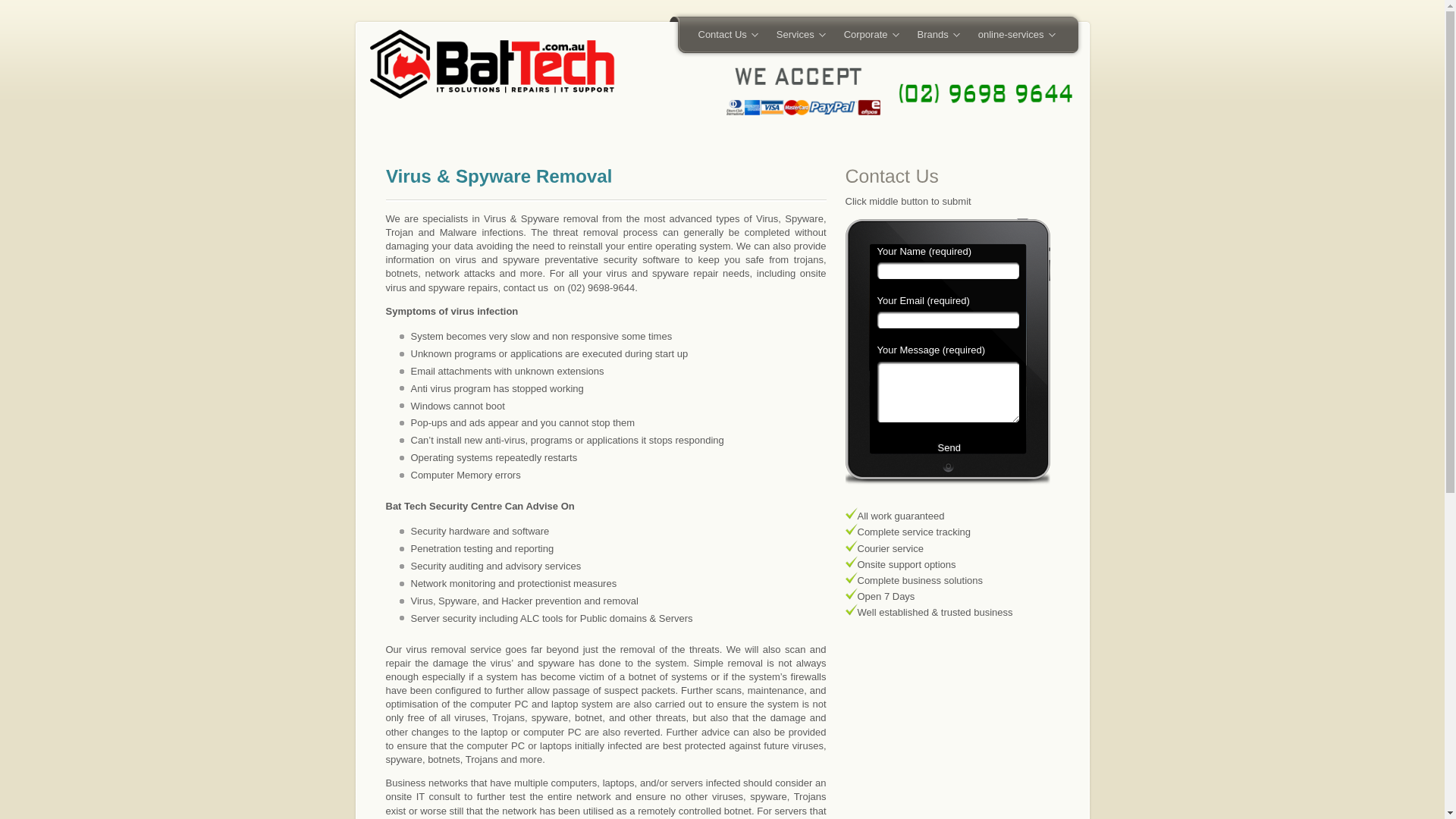 The width and height of the screenshot is (1456, 819). Describe the element at coordinates (946, 456) in the screenshot. I see `'Send'` at that location.